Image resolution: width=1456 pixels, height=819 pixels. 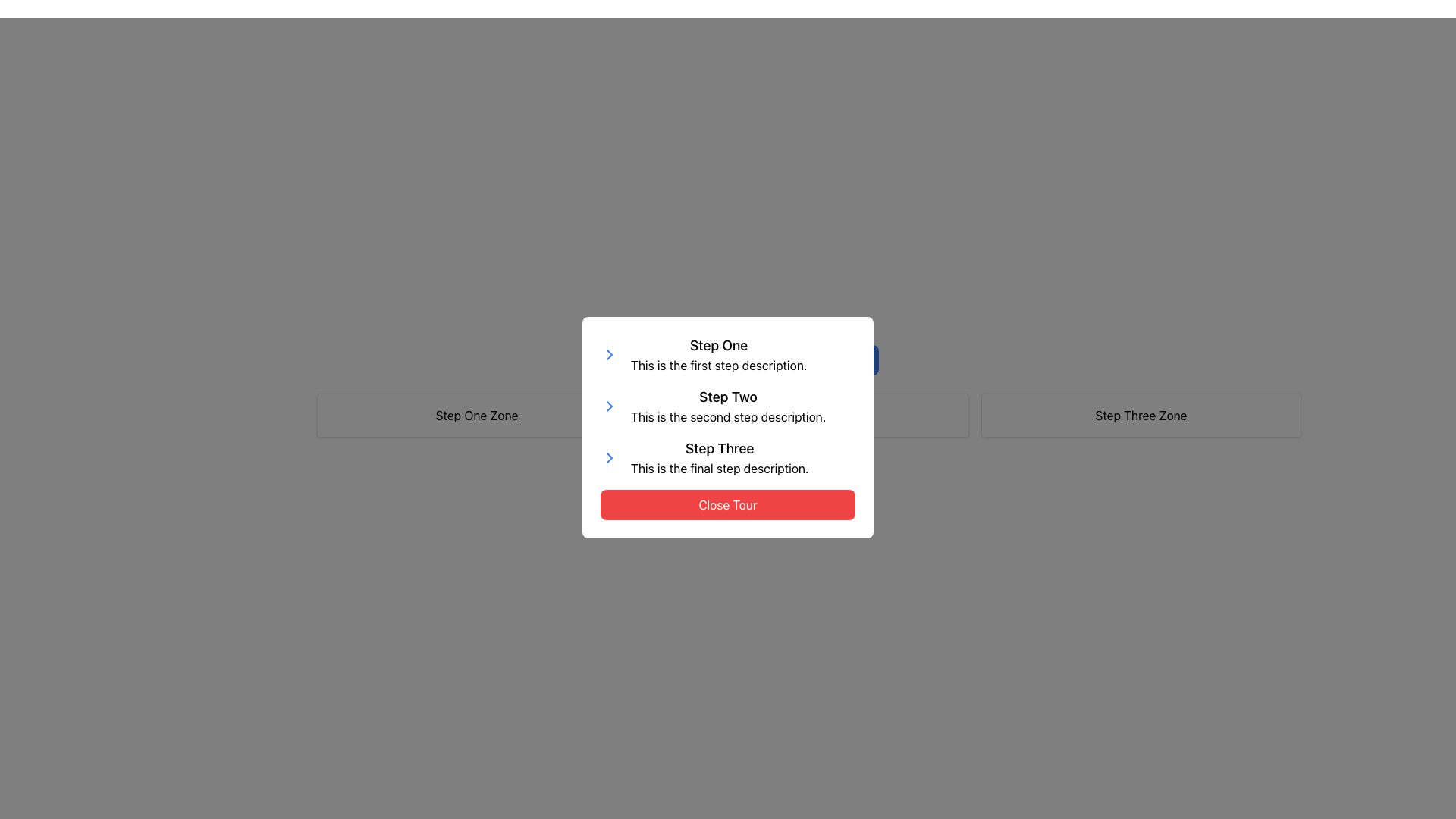 I want to click on descriptive text of the List item displaying the second step in a guided process, positioned in the middle of a vertical step list, below 'Step One' and above 'Step Three', so click(x=728, y=406).